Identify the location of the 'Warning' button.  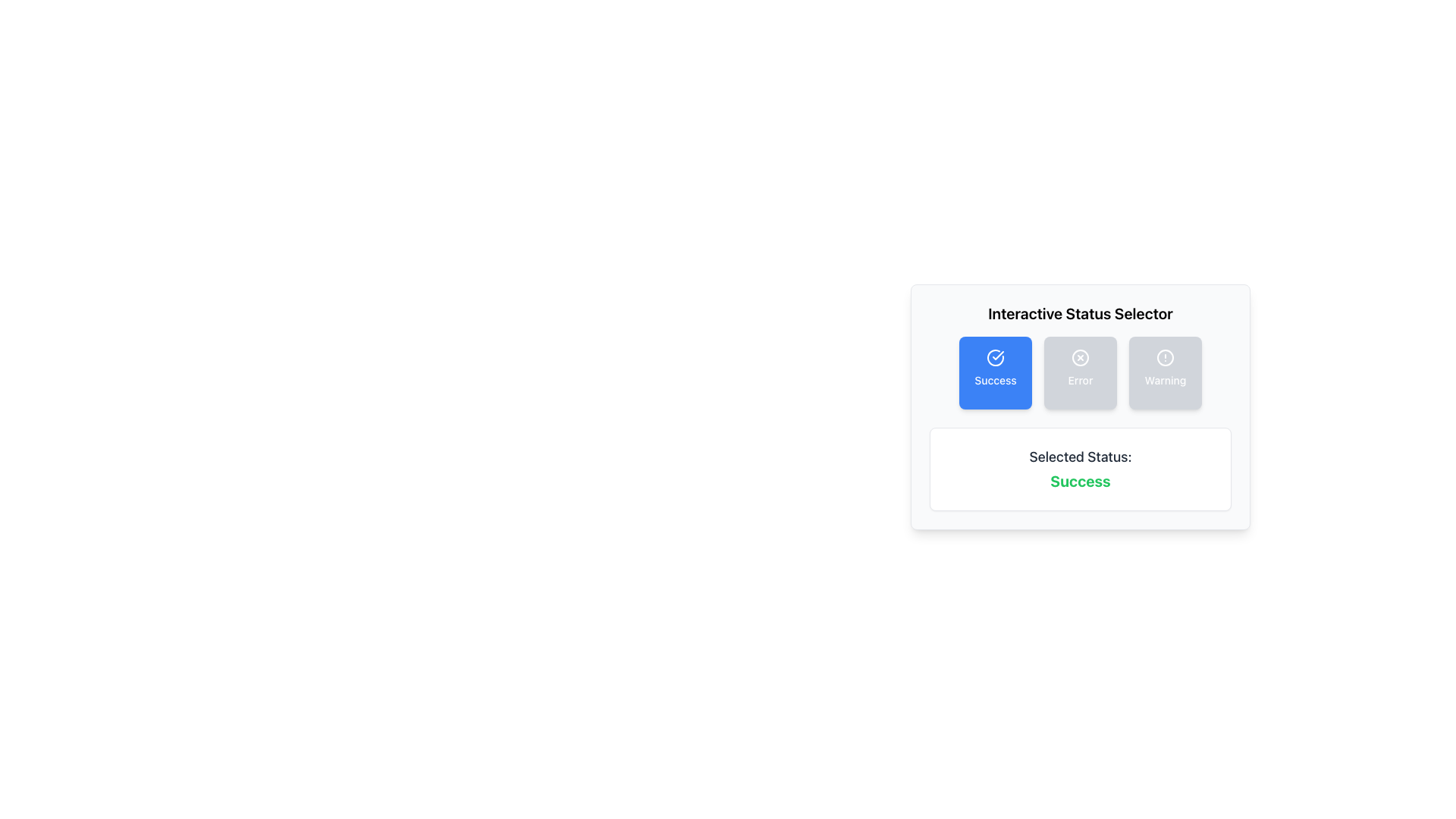
(1164, 373).